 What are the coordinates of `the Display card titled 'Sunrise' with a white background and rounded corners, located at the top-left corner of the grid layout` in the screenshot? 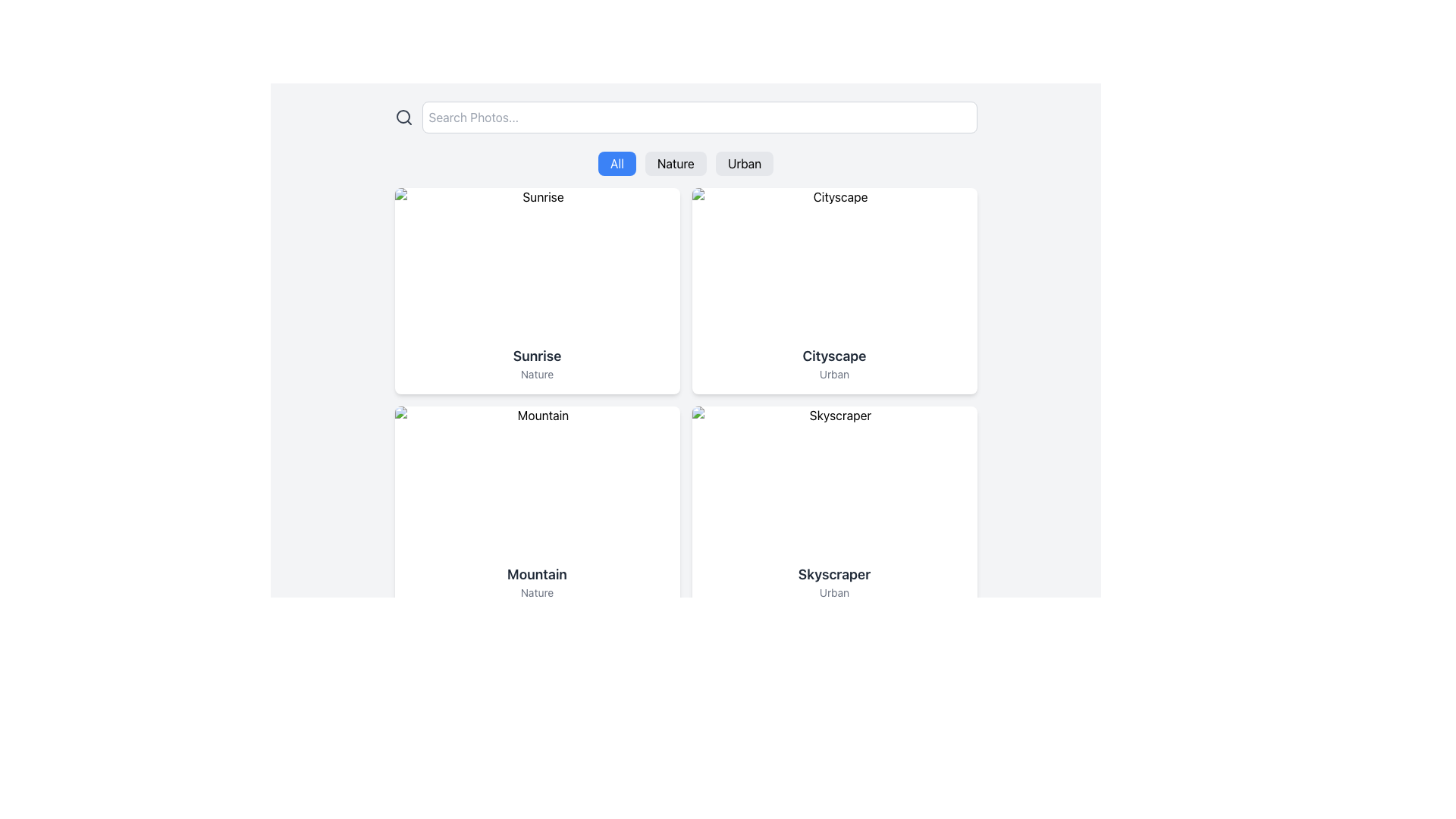 It's located at (537, 291).